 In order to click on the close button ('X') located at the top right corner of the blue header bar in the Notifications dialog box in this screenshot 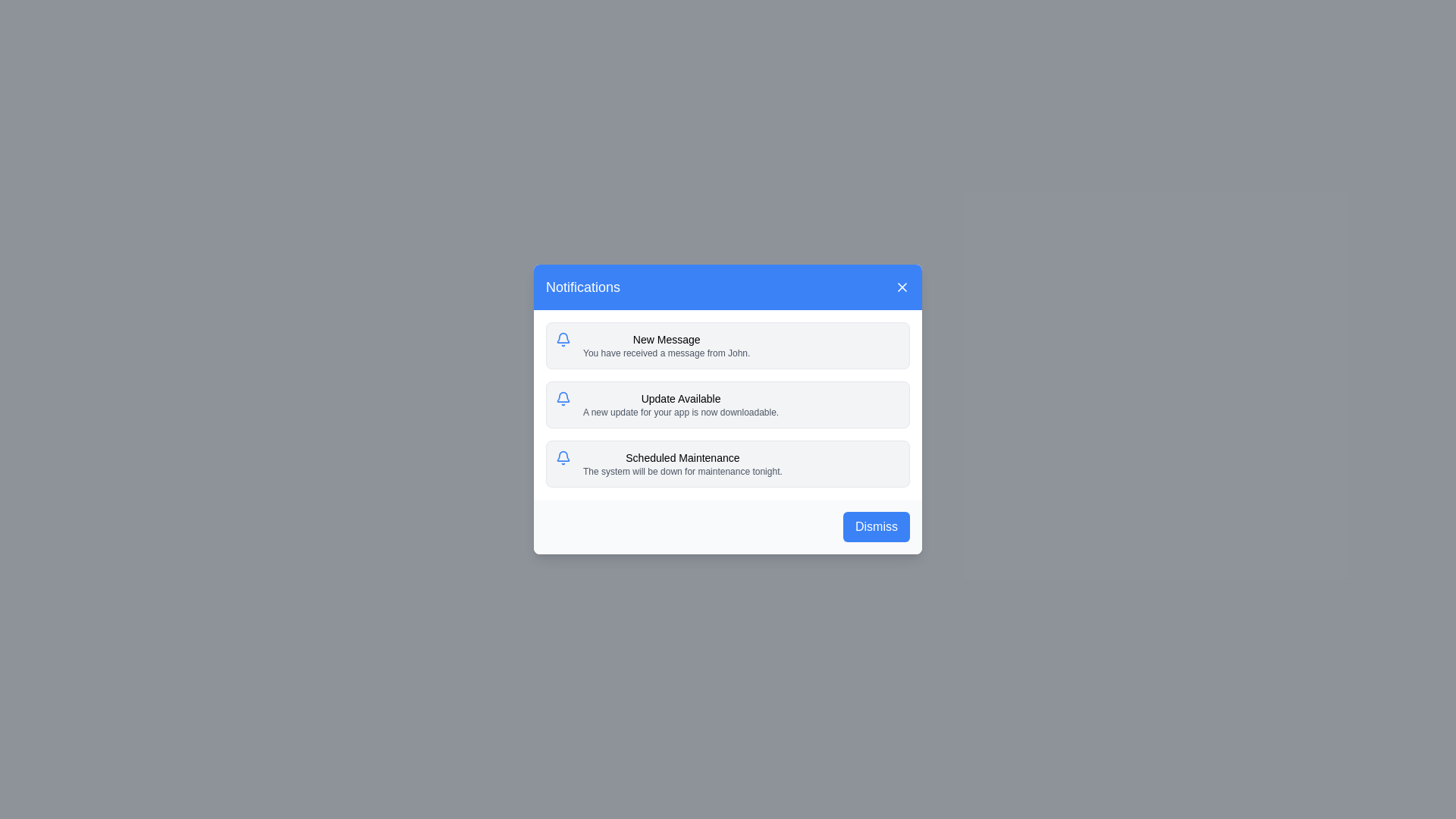, I will do `click(902, 287)`.